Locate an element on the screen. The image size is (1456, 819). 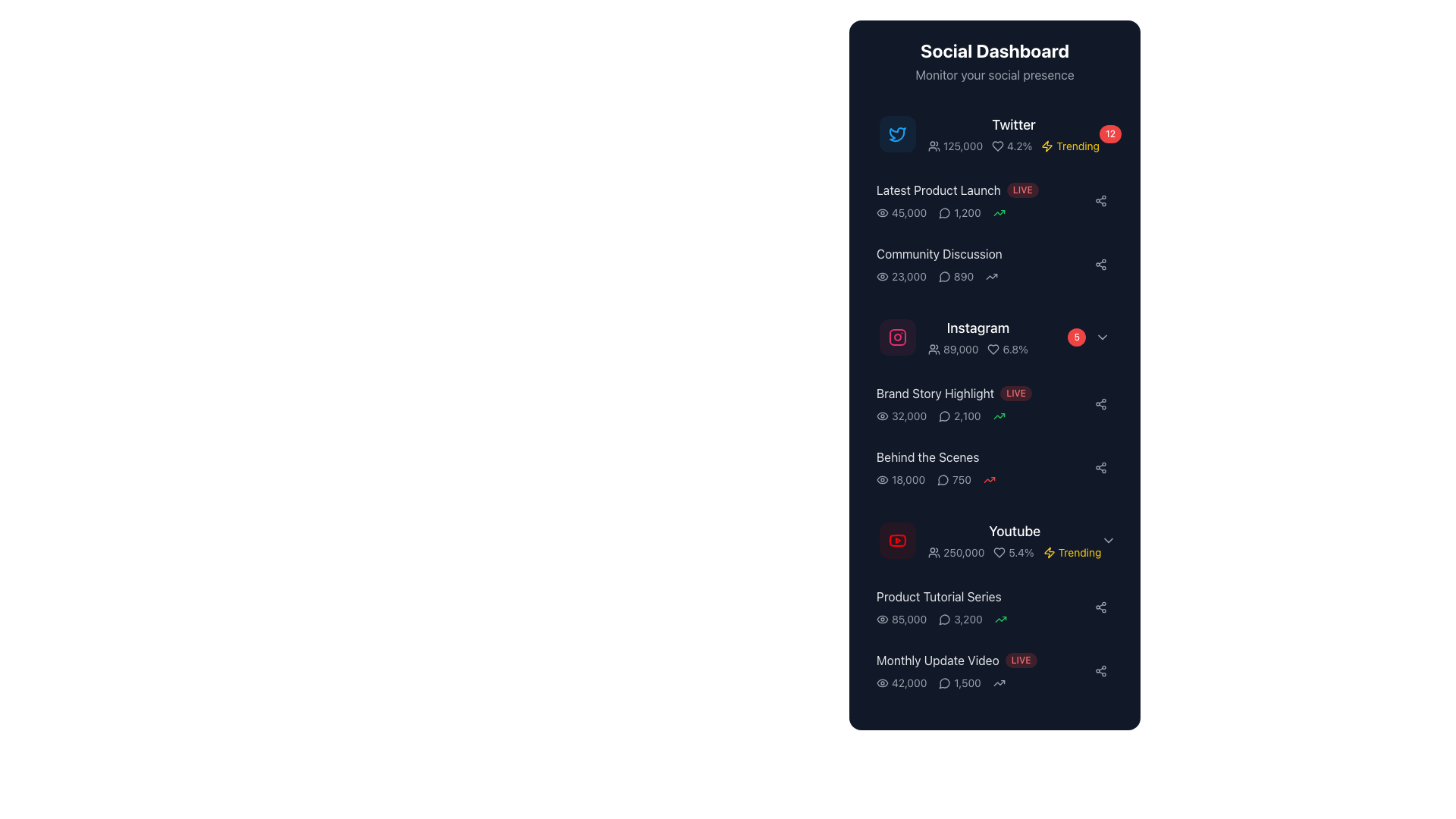
the view metrics icon located to the immediate left of the text '85,000' in the 'Product Tutorial Series' section, which visually represents the number of views is located at coordinates (882, 620).